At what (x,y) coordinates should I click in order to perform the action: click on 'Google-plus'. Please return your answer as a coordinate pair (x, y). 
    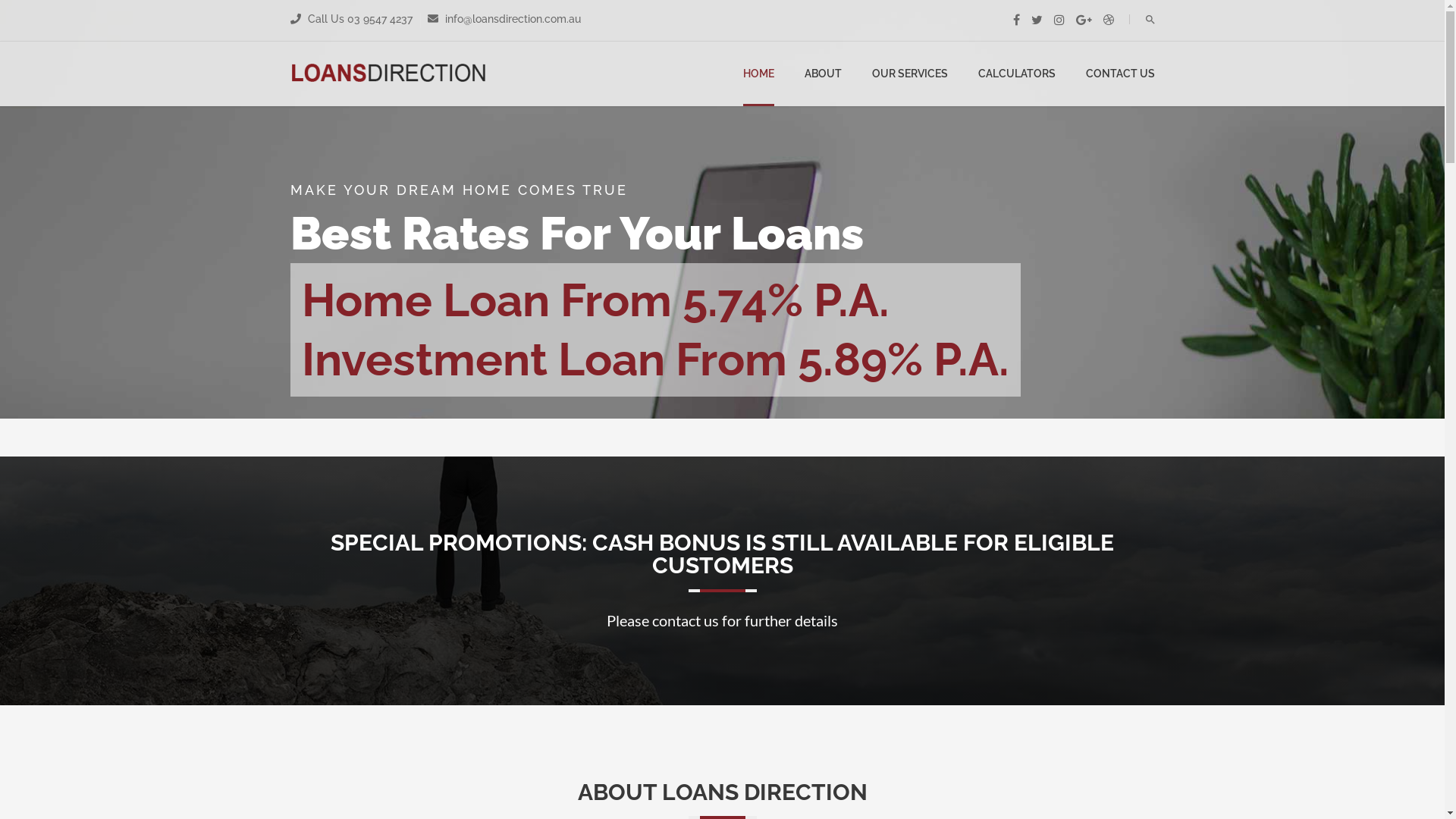
    Looking at the image, I should click on (1074, 20).